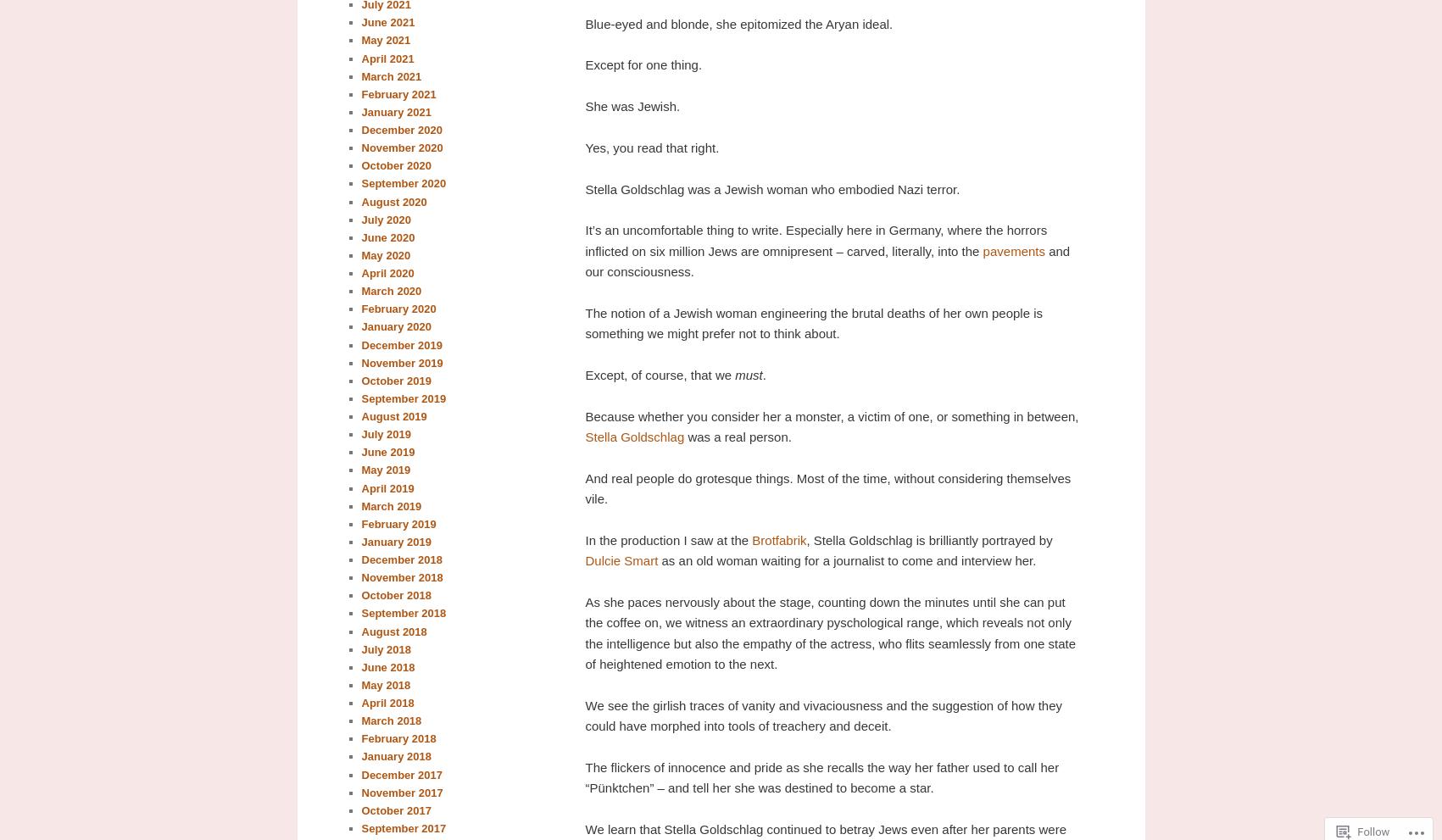 The height and width of the screenshot is (840, 1442). Describe the element at coordinates (394, 595) in the screenshot. I see `'October 2018'` at that location.